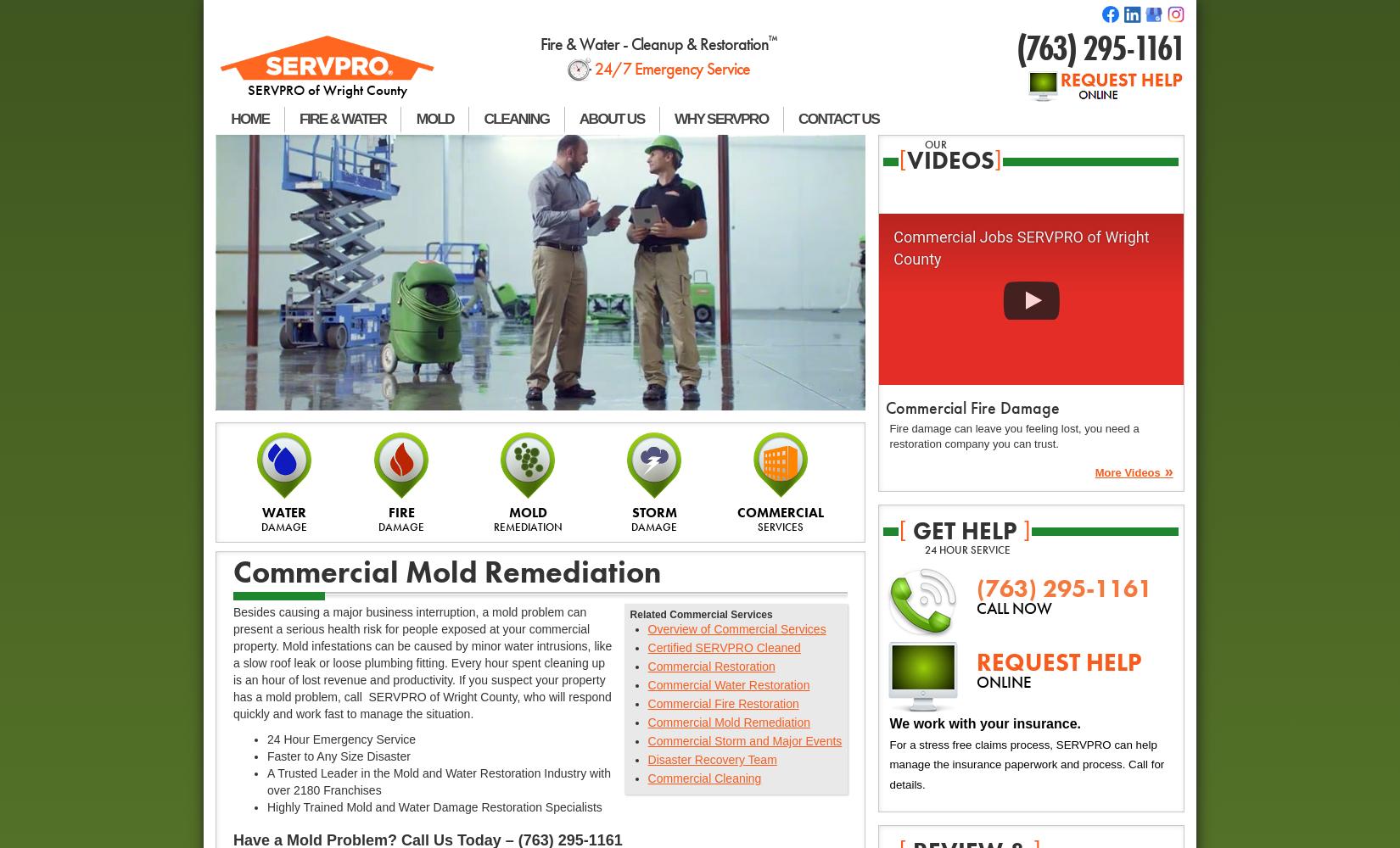 The height and width of the screenshot is (848, 1400). Describe the element at coordinates (781, 510) in the screenshot. I see `'COMMERCIAL'` at that location.